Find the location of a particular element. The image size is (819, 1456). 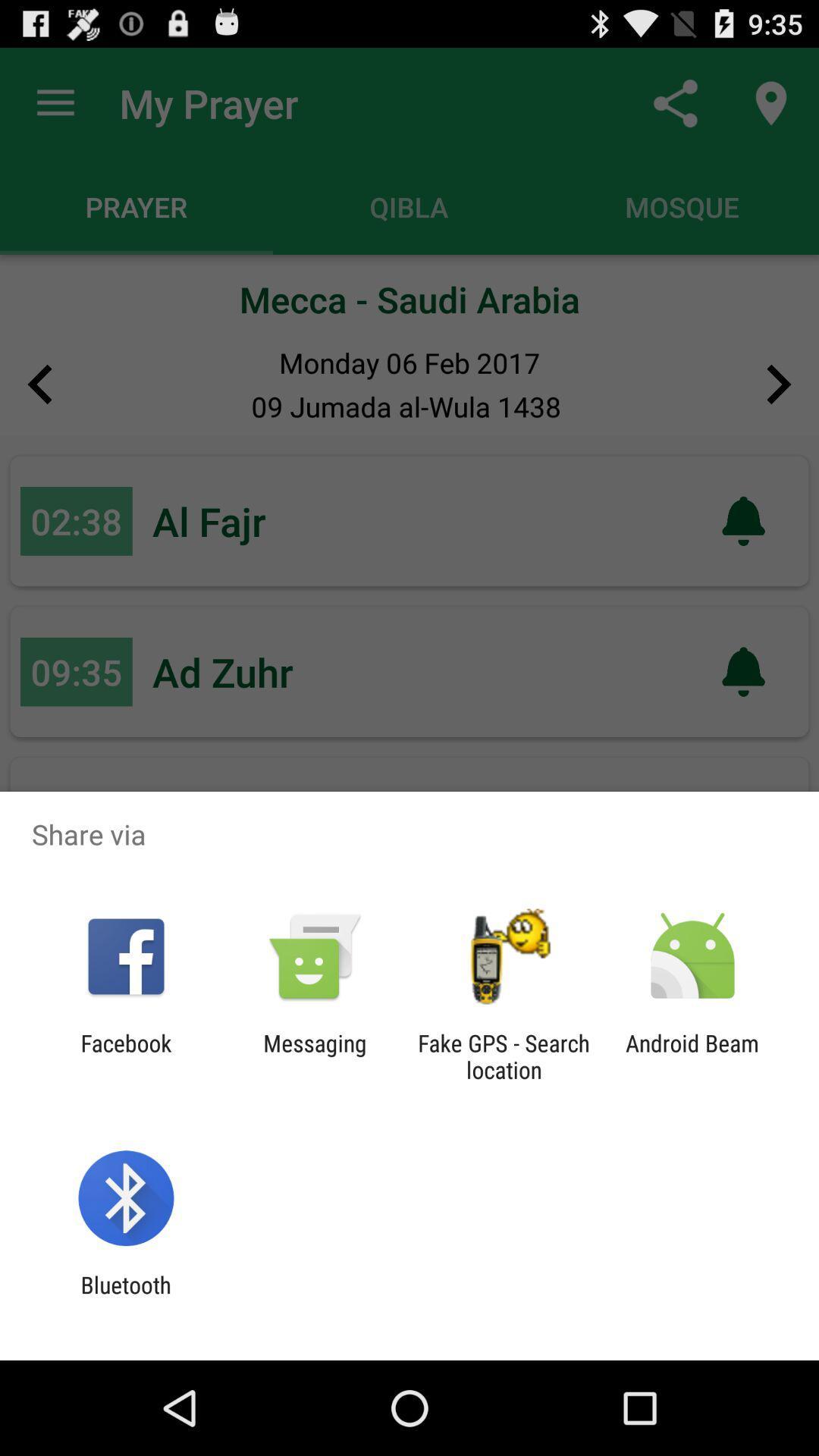

app to the right of fake gps search app is located at coordinates (692, 1056).